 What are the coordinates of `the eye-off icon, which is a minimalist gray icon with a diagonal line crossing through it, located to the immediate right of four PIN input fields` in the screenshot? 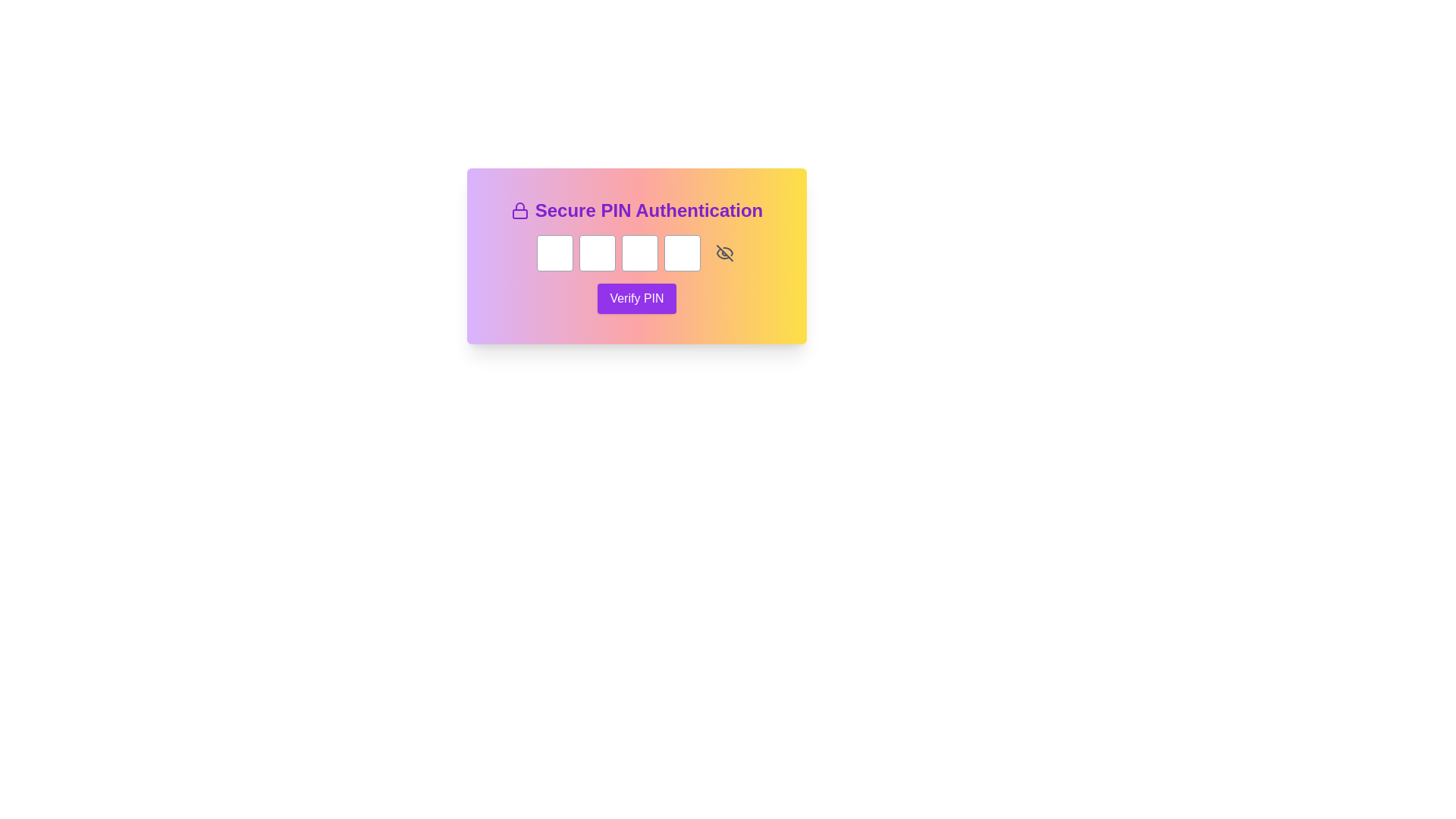 It's located at (723, 253).